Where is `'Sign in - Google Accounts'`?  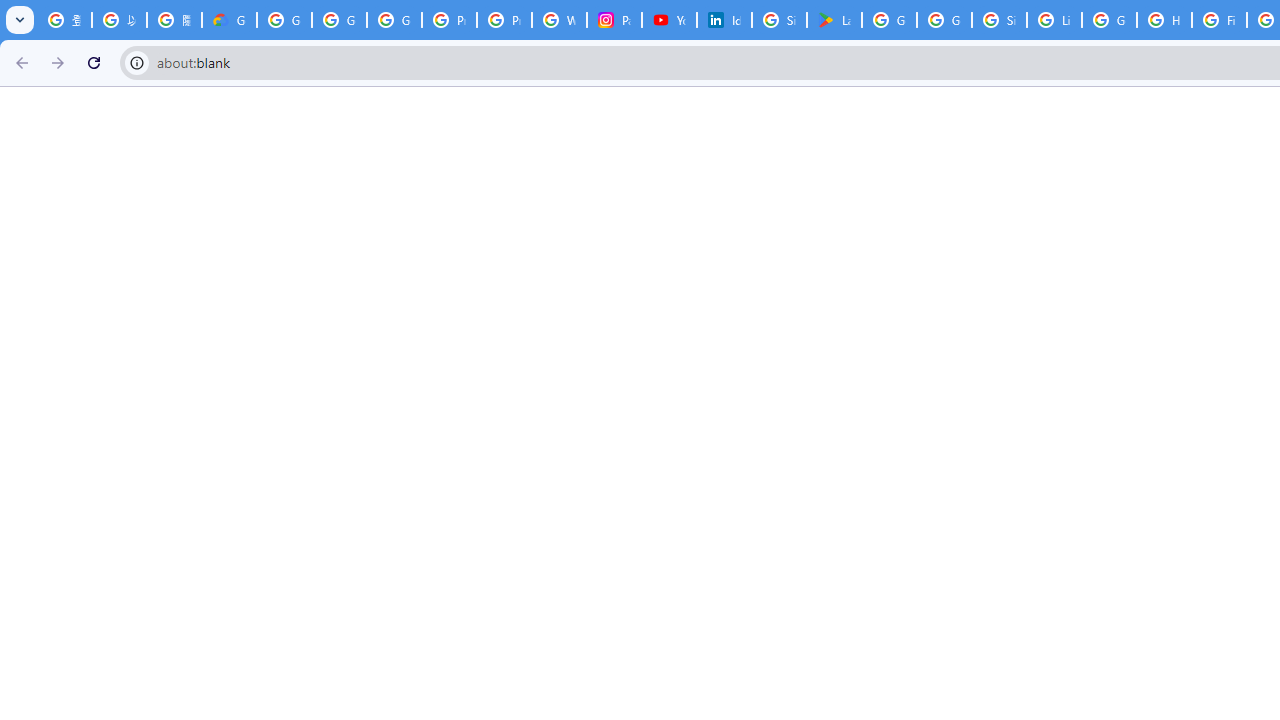 'Sign in - Google Accounts' is located at coordinates (999, 20).